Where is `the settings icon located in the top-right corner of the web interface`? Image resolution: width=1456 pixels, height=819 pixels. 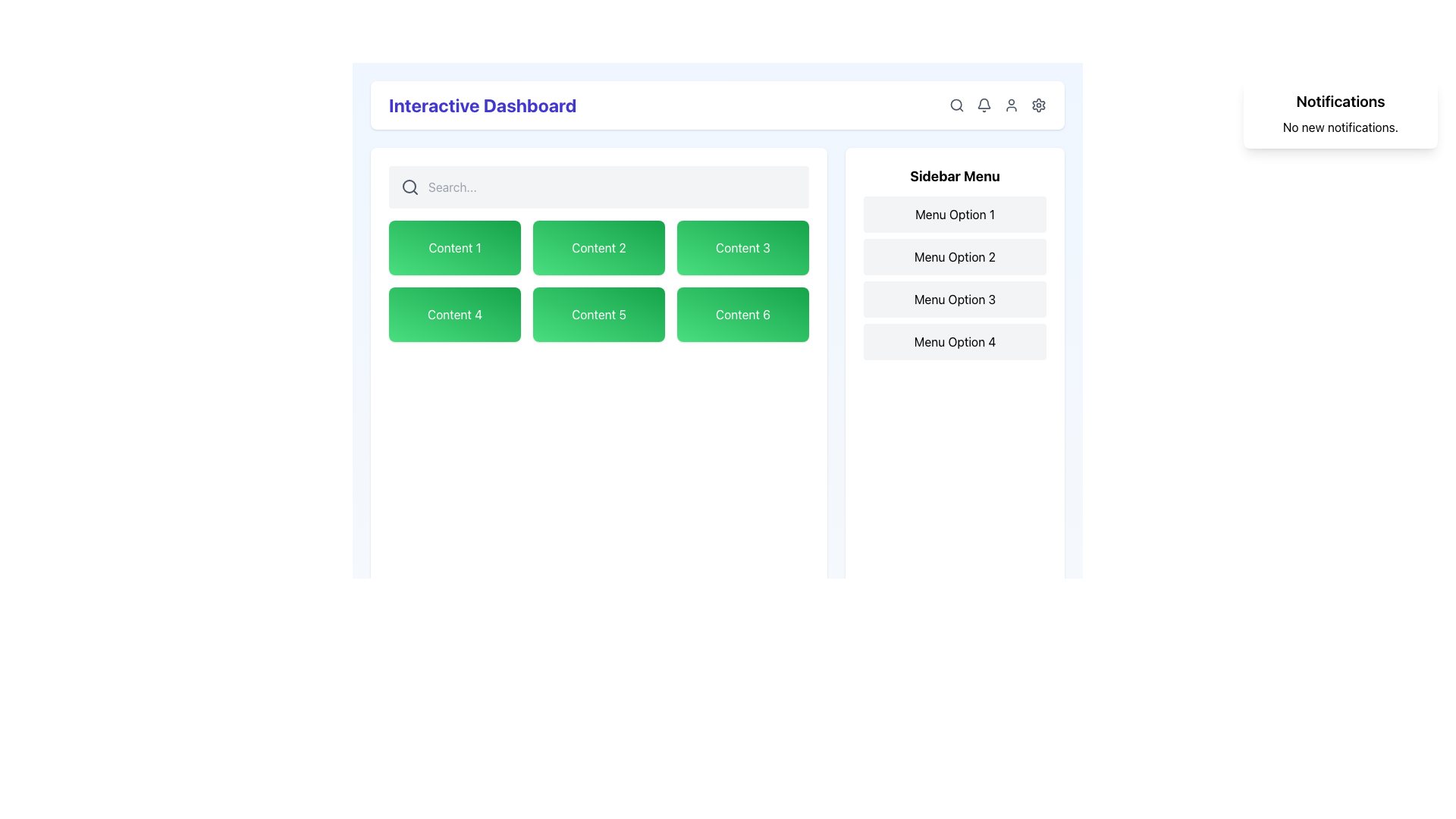 the settings icon located in the top-right corner of the web interface is located at coordinates (1037, 104).